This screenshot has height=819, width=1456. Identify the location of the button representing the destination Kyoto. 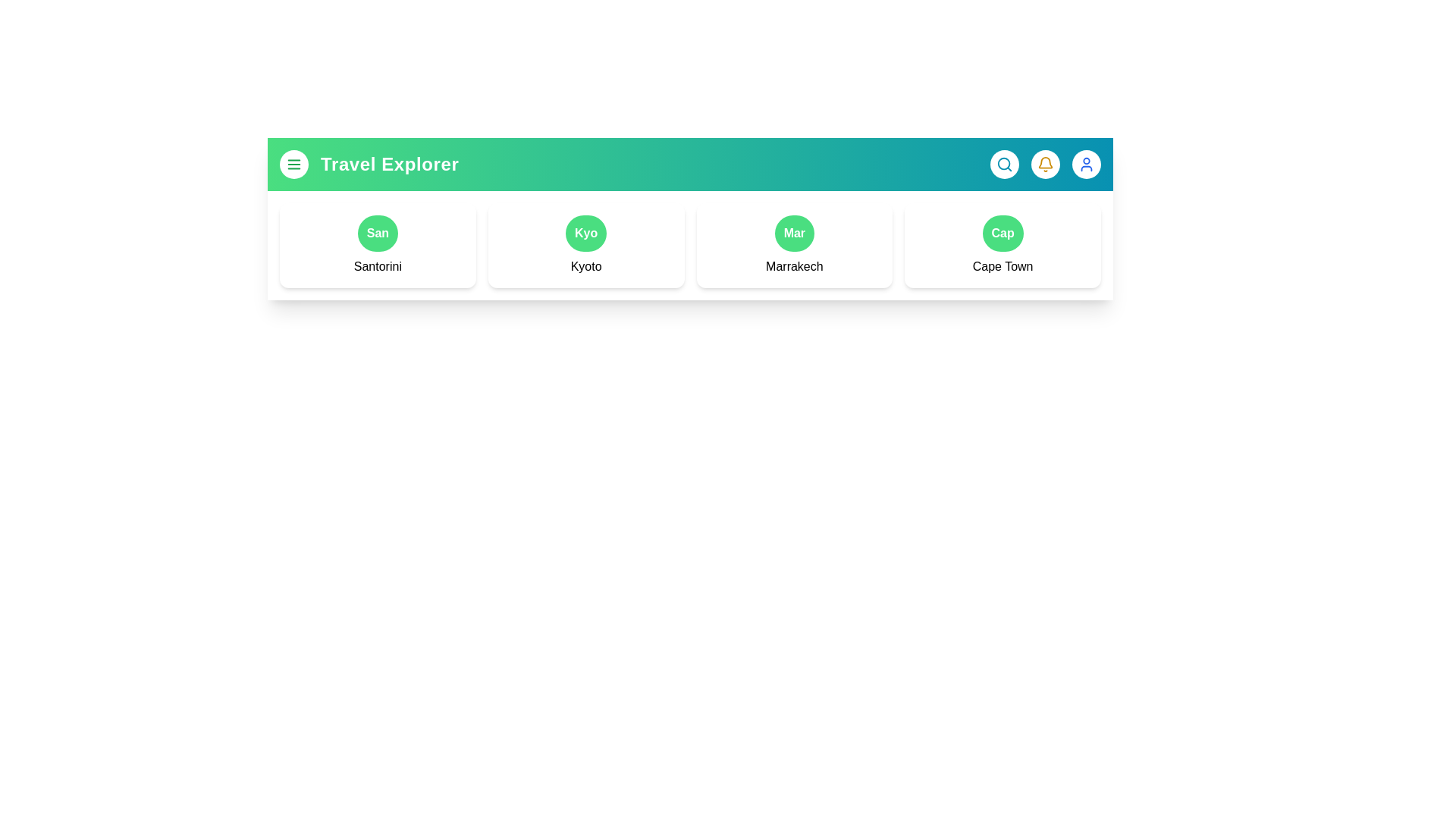
(585, 234).